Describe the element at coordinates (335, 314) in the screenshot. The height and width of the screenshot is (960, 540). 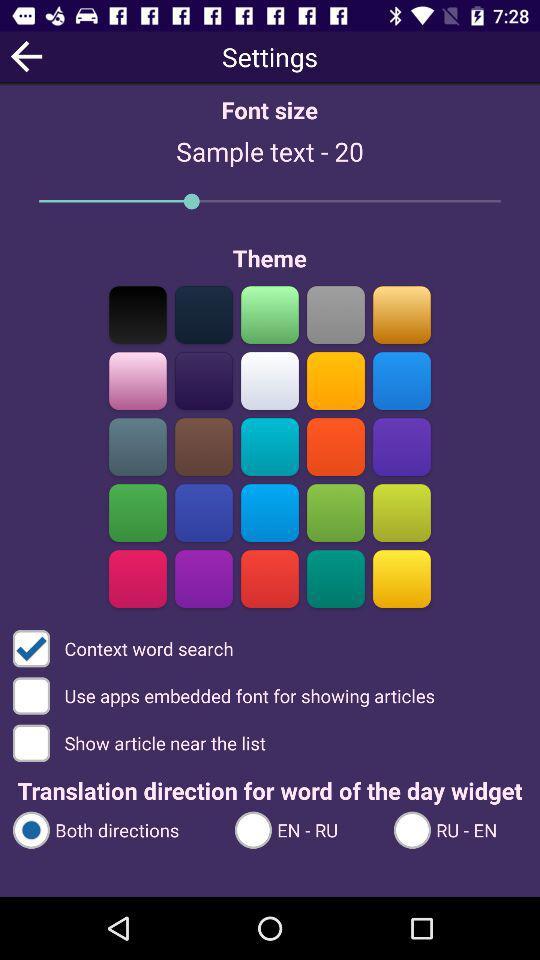
I see `theme color` at that location.